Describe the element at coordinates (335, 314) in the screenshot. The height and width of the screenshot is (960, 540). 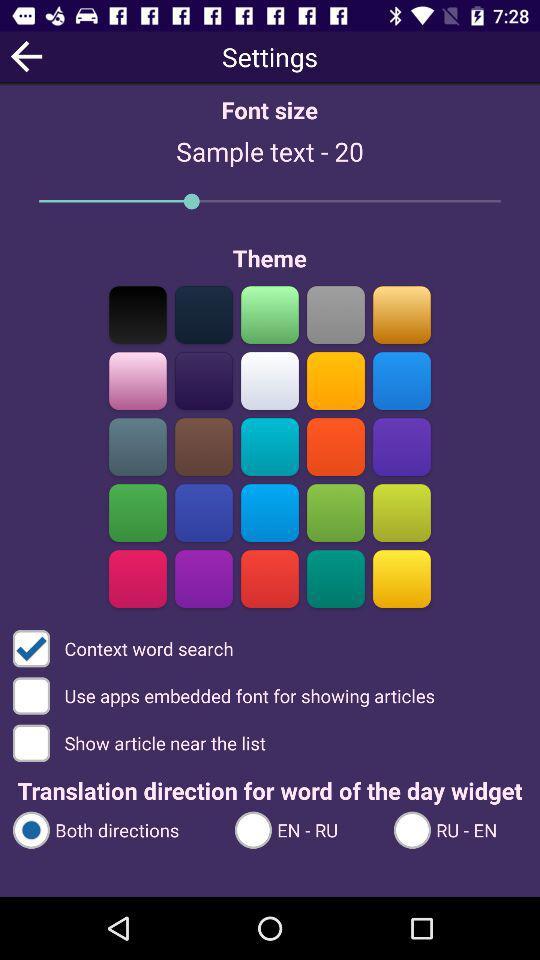
I see `theme color` at that location.